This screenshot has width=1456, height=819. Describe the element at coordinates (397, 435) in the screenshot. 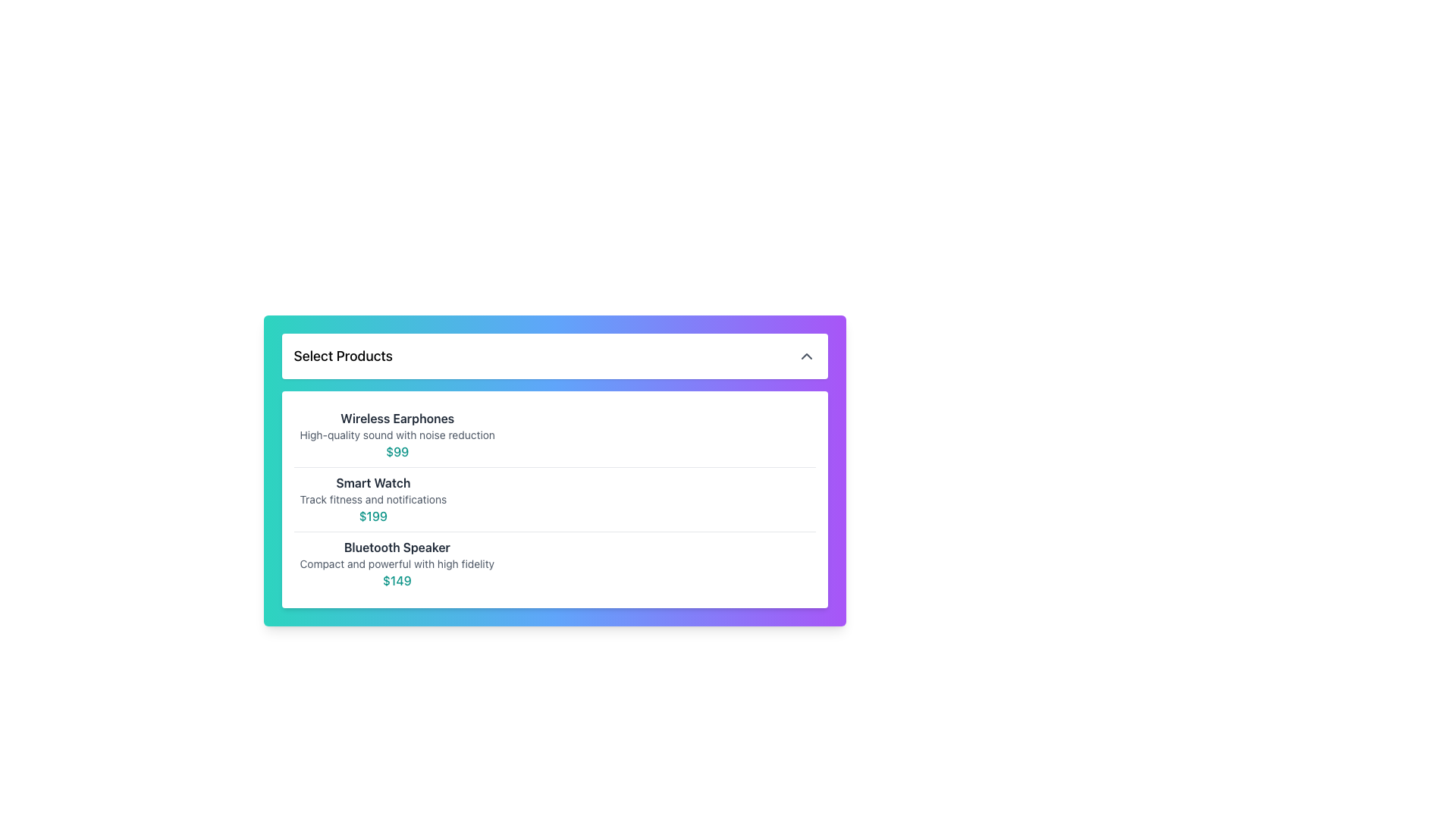

I see `the text label that reads 'High-quality sound with noise reduction', which is styled in a smaller gray font and positioned below the title 'Wireless Earphones'` at that location.